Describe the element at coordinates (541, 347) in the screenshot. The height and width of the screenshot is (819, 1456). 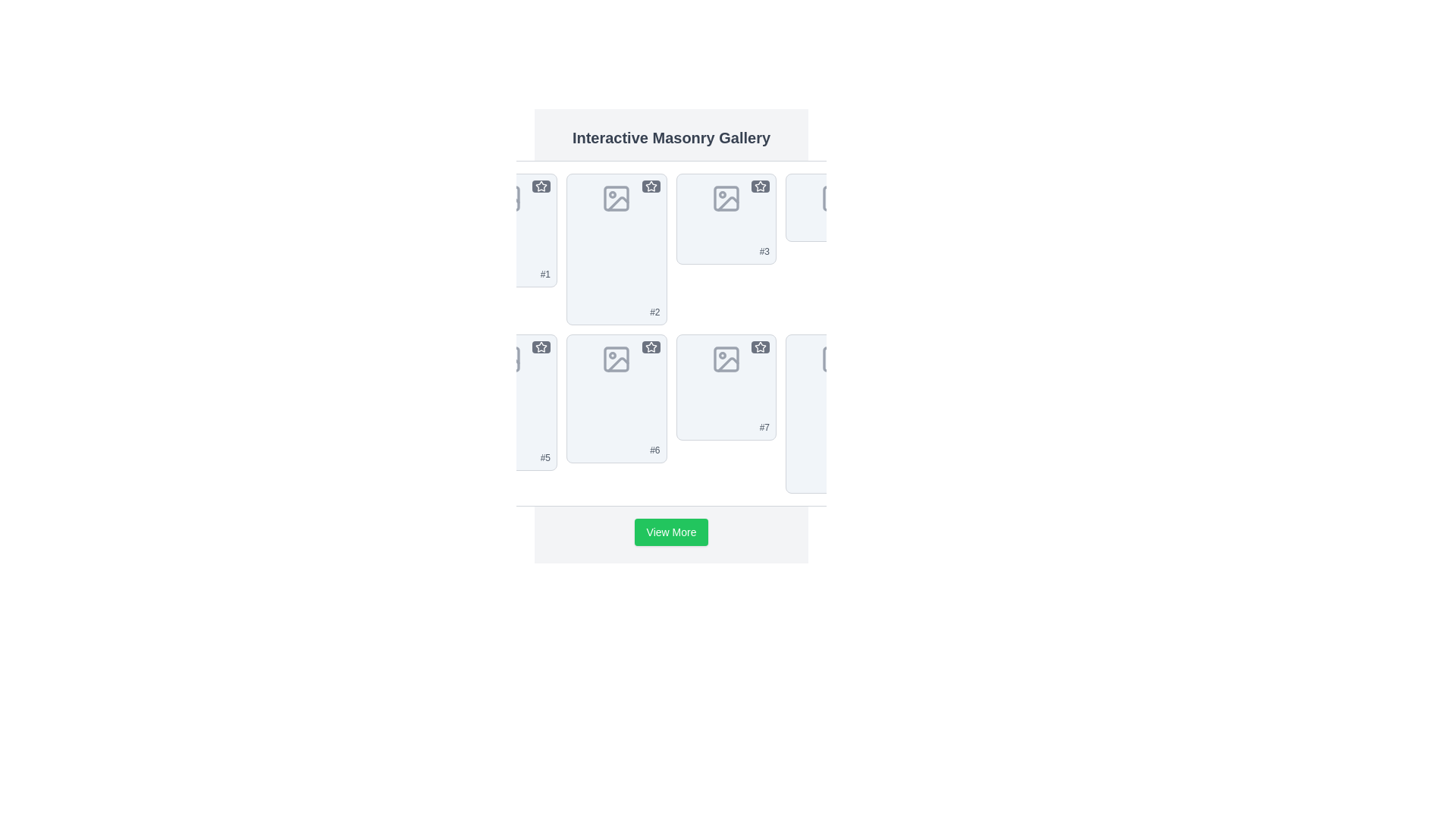
I see `the star icon button with a hollow outline located in the top-right corner of card '#5'` at that location.